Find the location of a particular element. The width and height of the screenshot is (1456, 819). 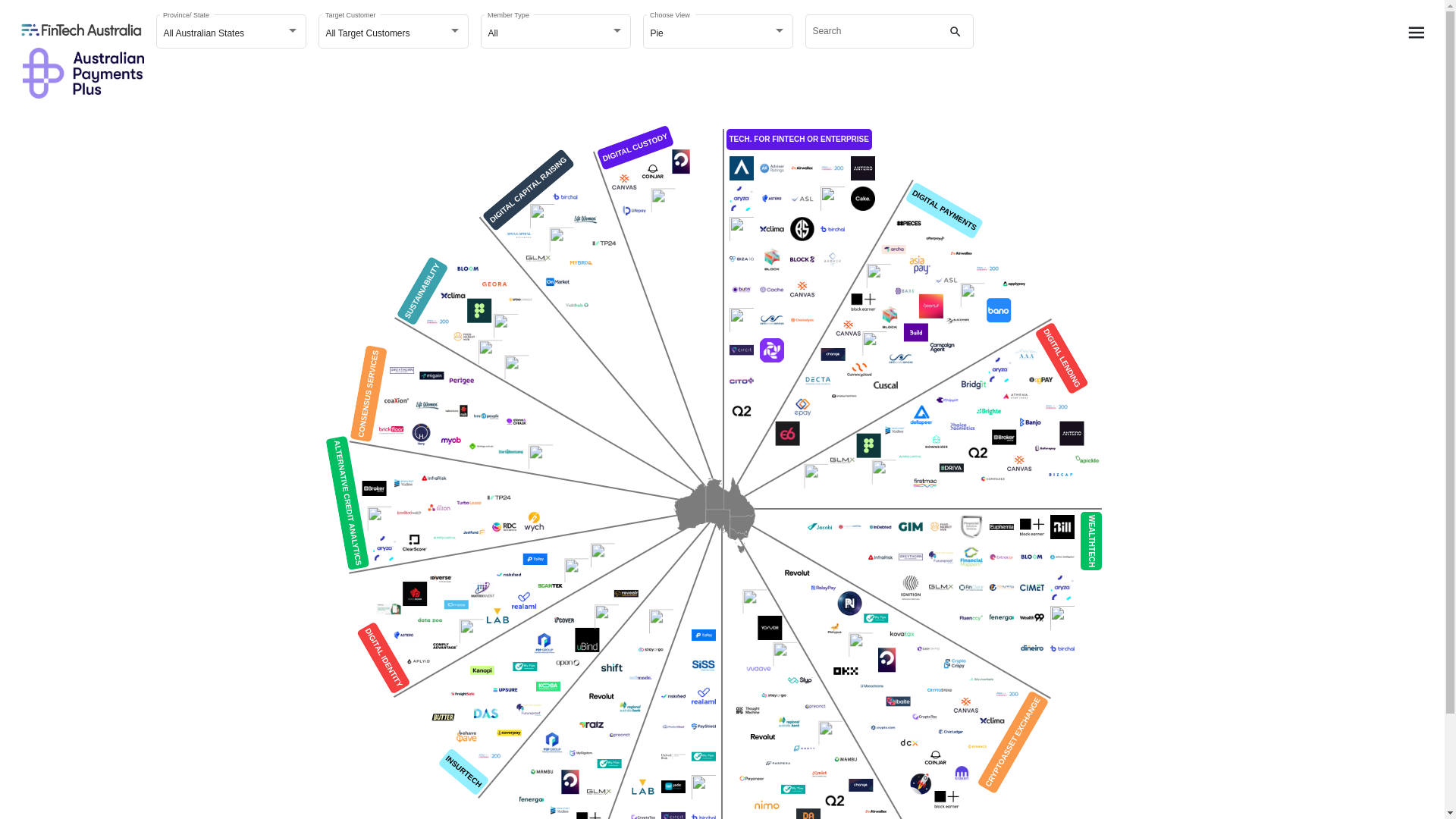

'Block Inc.' is located at coordinates (771, 259).